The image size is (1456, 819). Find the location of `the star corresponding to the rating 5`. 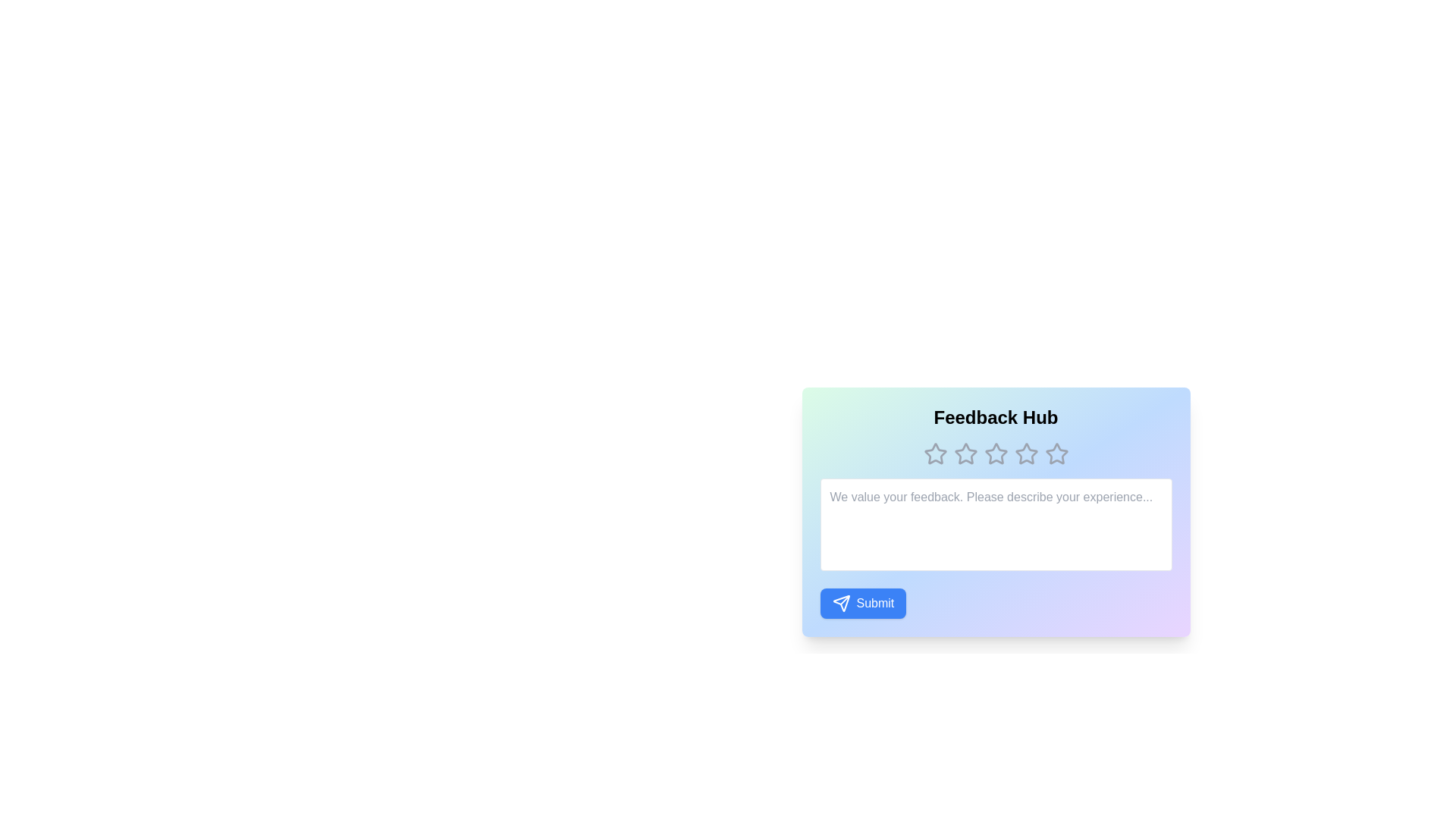

the star corresponding to the rating 5 is located at coordinates (1056, 453).